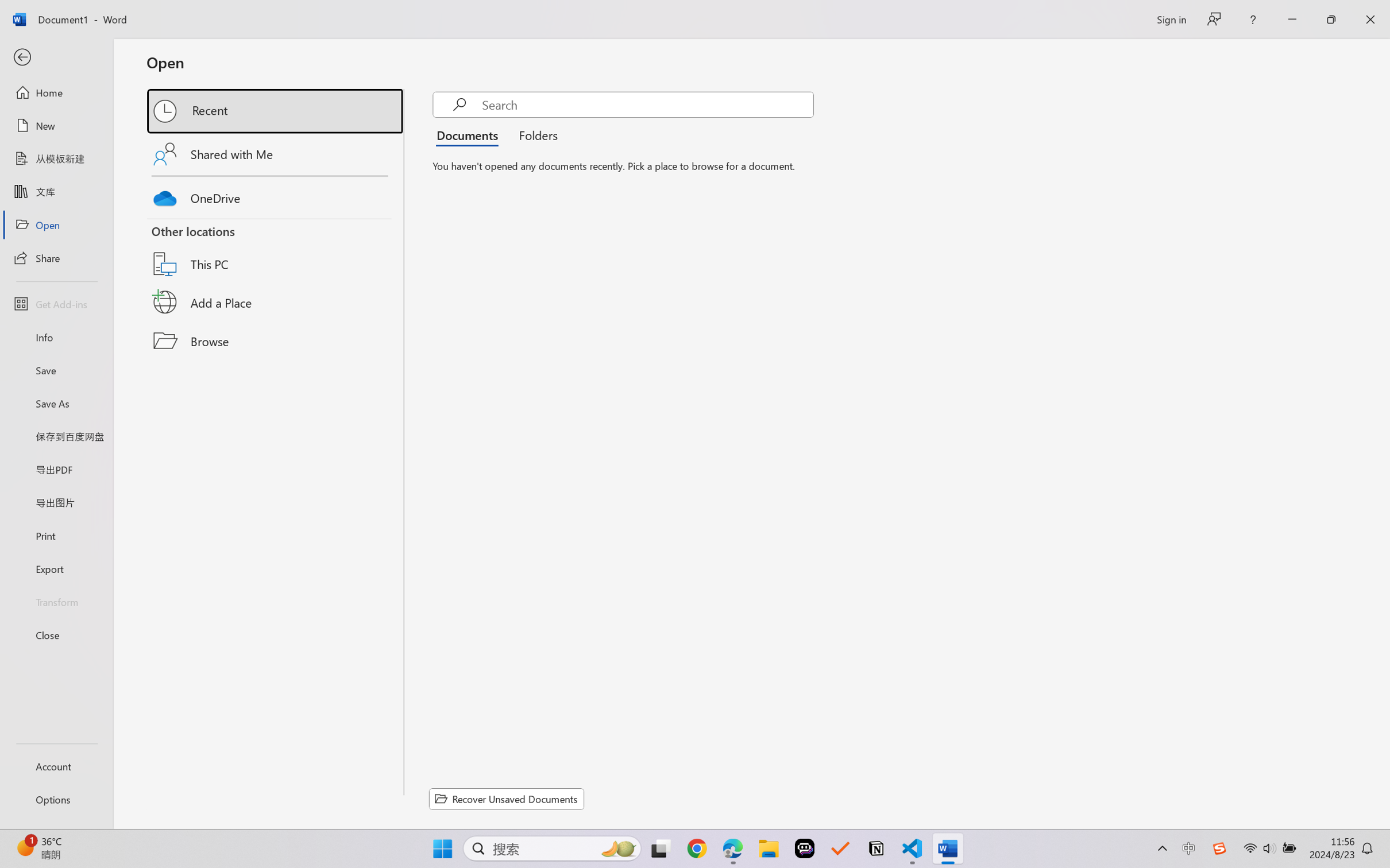 Image resolution: width=1390 pixels, height=868 pixels. Describe the element at coordinates (56, 57) in the screenshot. I see `'Back'` at that location.